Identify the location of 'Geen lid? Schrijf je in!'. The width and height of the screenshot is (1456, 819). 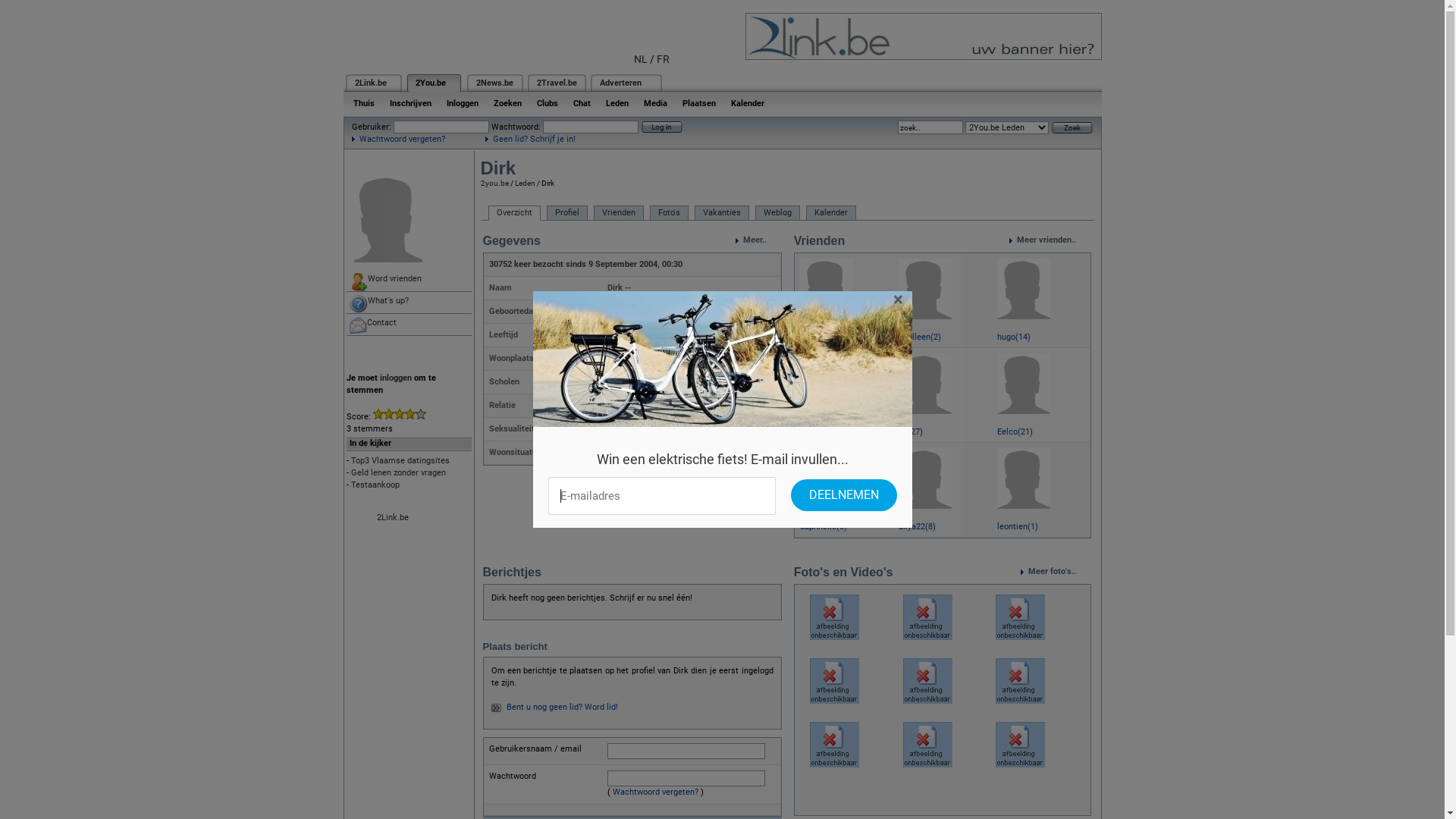
(530, 139).